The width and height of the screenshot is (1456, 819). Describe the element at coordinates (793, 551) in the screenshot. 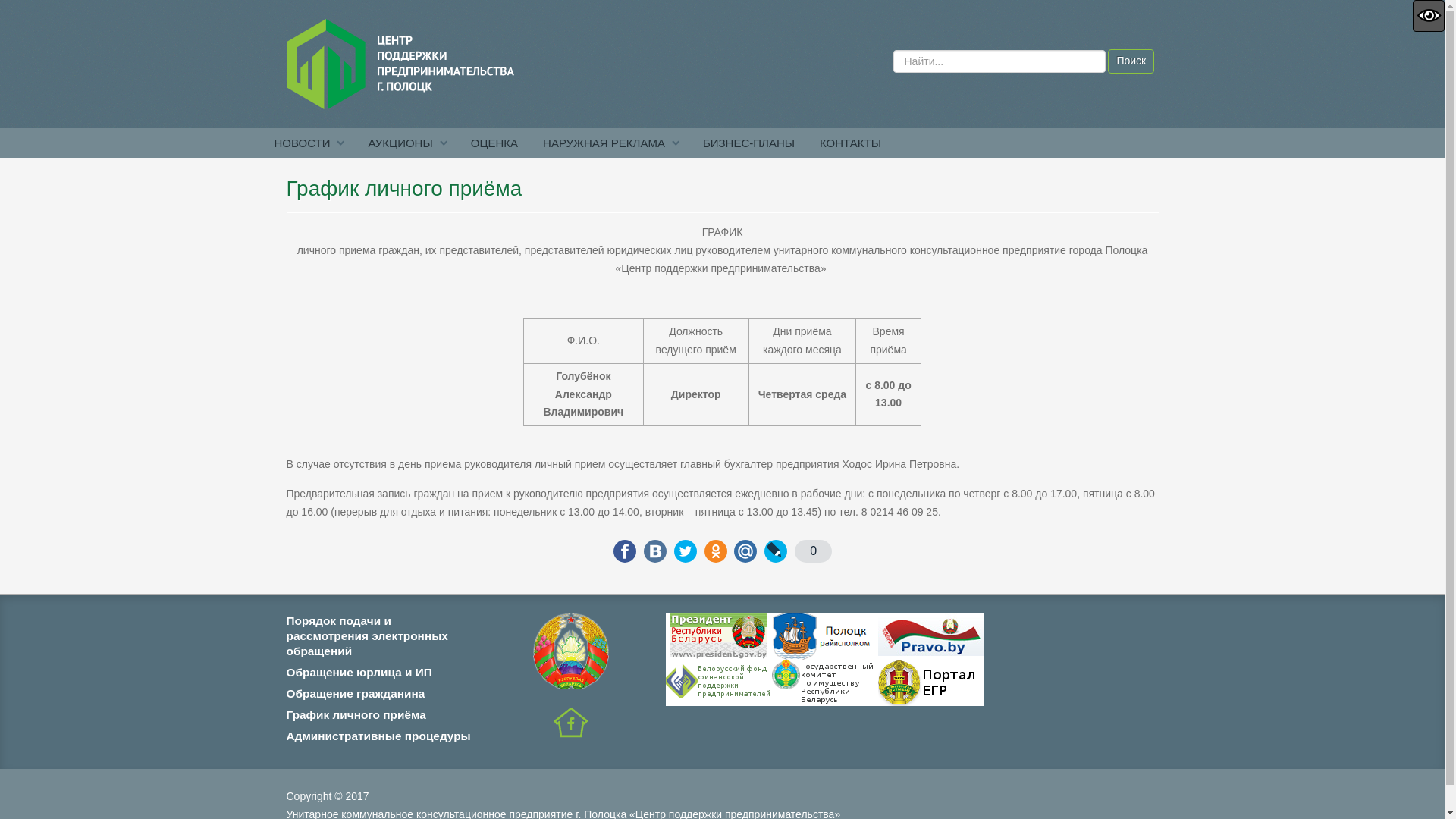

I see `'0'` at that location.